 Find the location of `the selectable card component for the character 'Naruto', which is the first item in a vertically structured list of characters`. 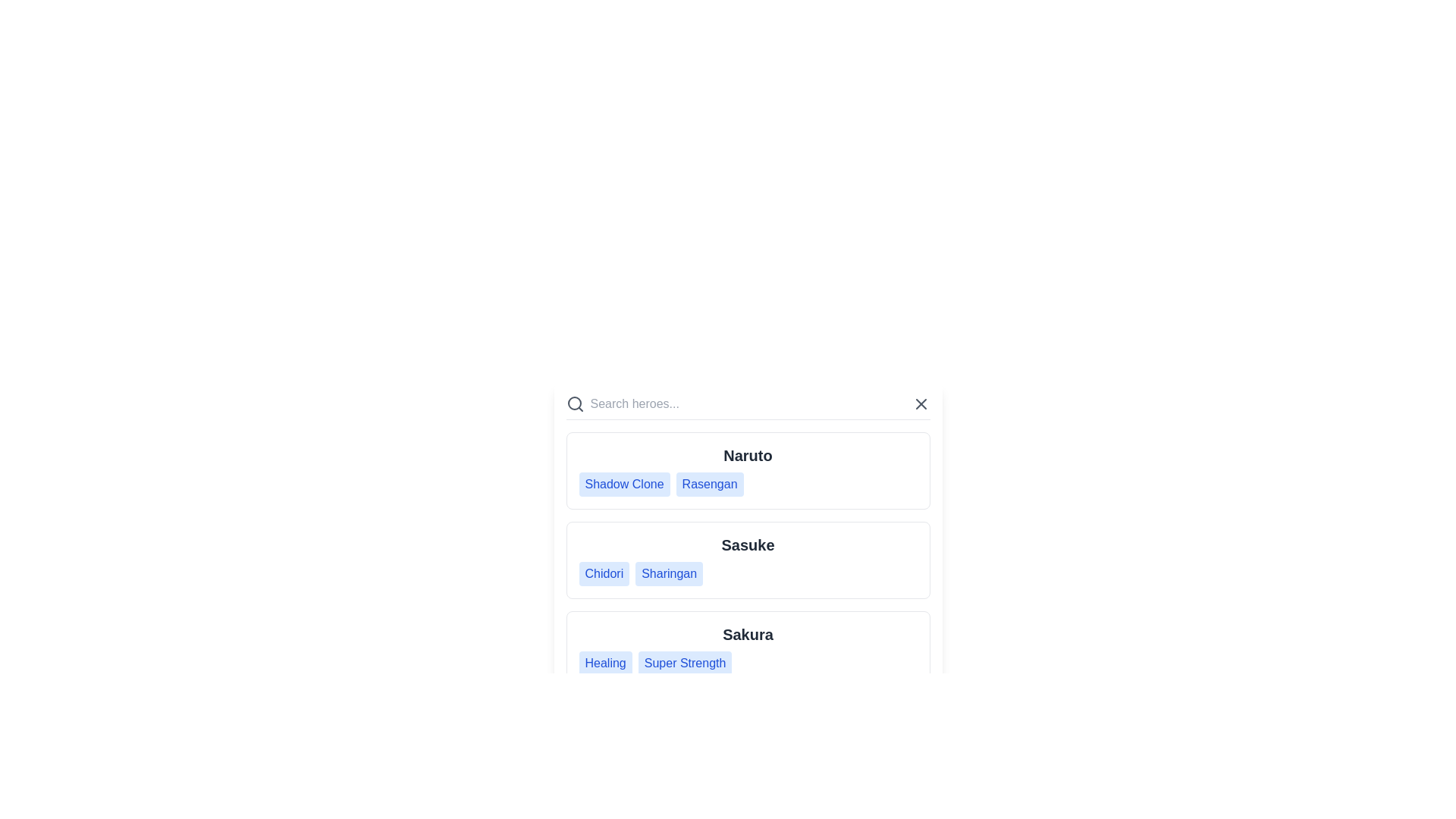

the selectable card component for the character 'Naruto', which is the first item in a vertically structured list of characters is located at coordinates (748, 470).